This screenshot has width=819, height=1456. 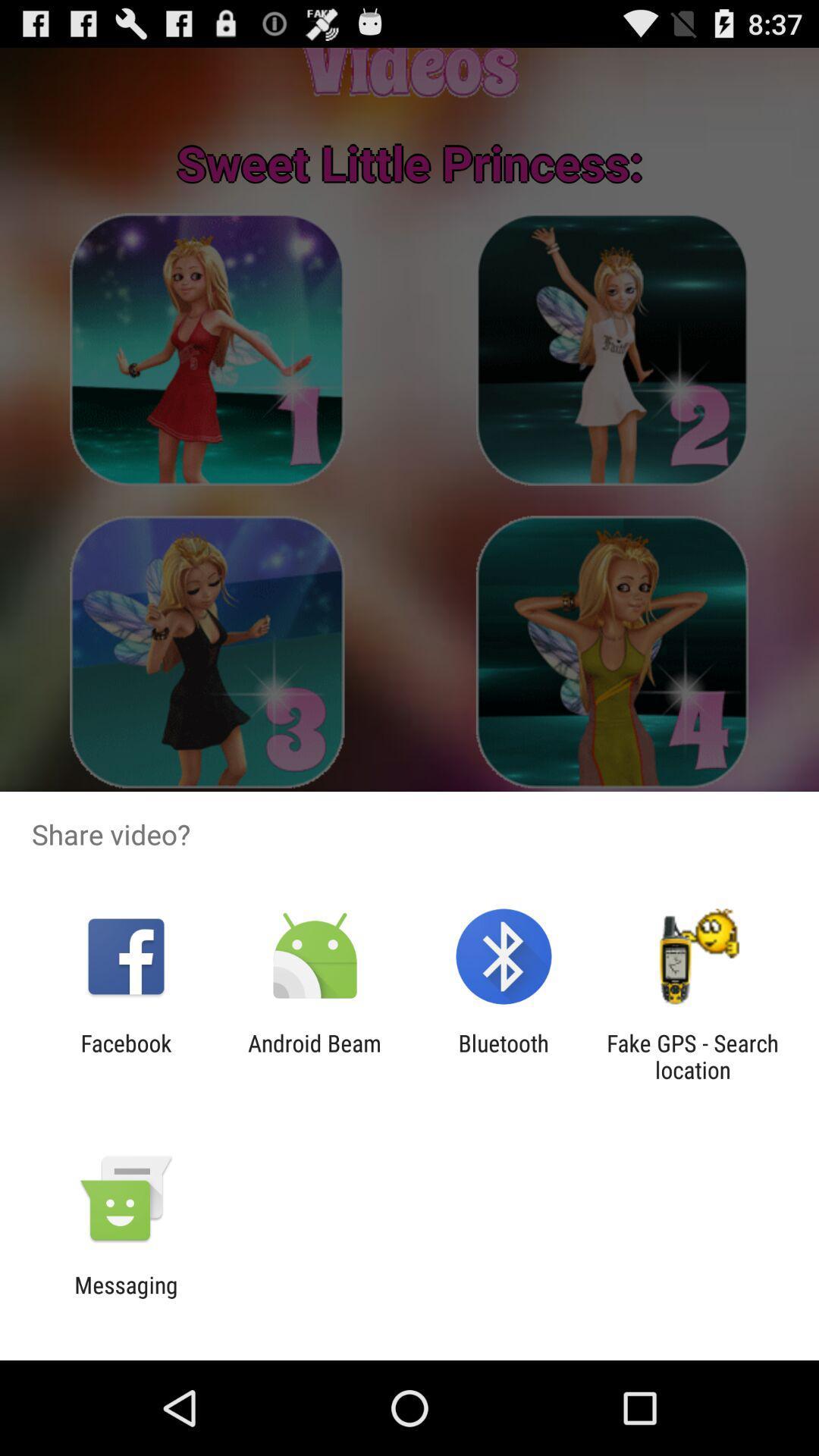 What do you see at coordinates (314, 1056) in the screenshot?
I see `item next to bluetooth app` at bounding box center [314, 1056].